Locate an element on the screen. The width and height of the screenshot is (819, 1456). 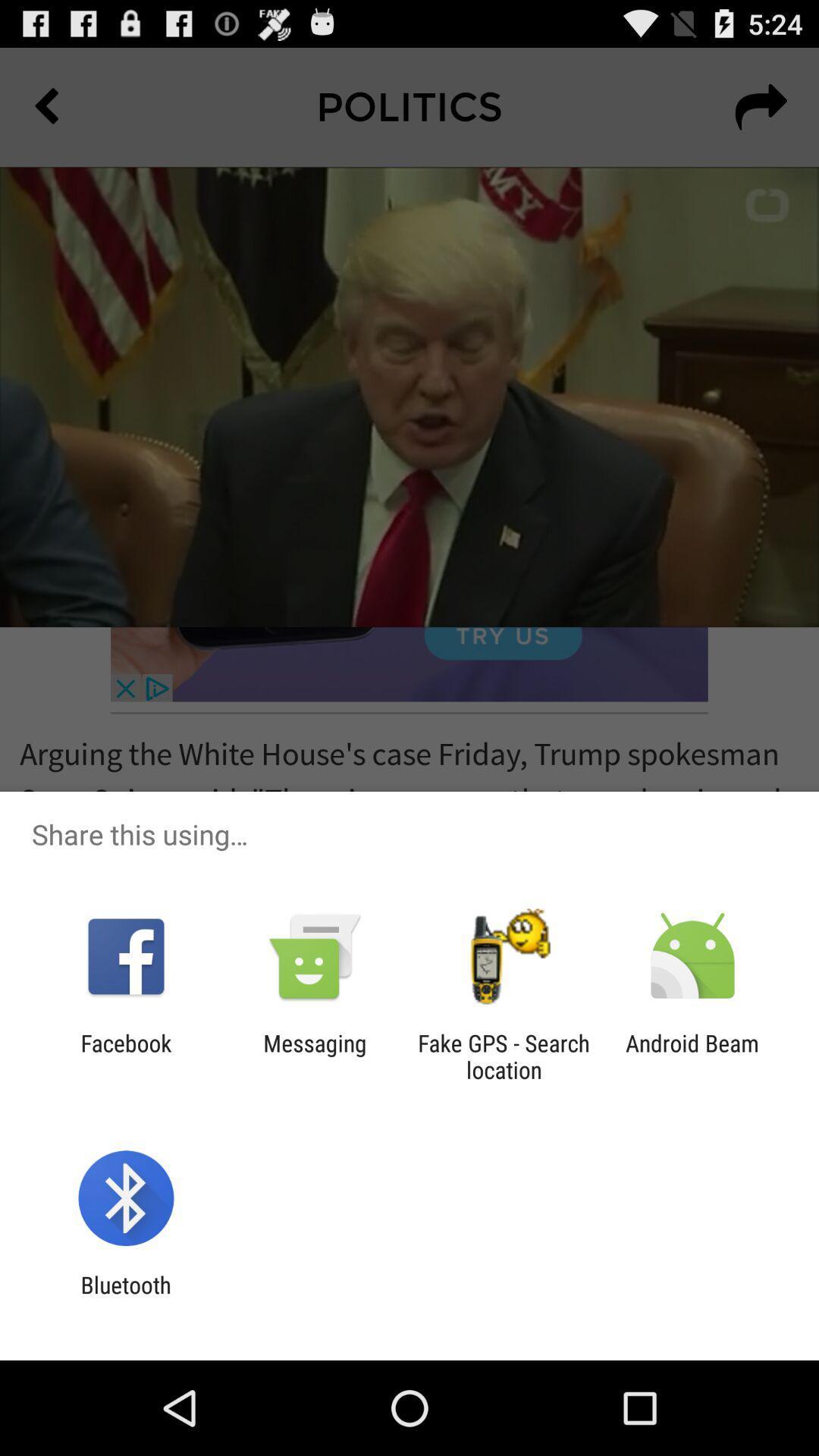
the app next to messaging icon is located at coordinates (504, 1056).